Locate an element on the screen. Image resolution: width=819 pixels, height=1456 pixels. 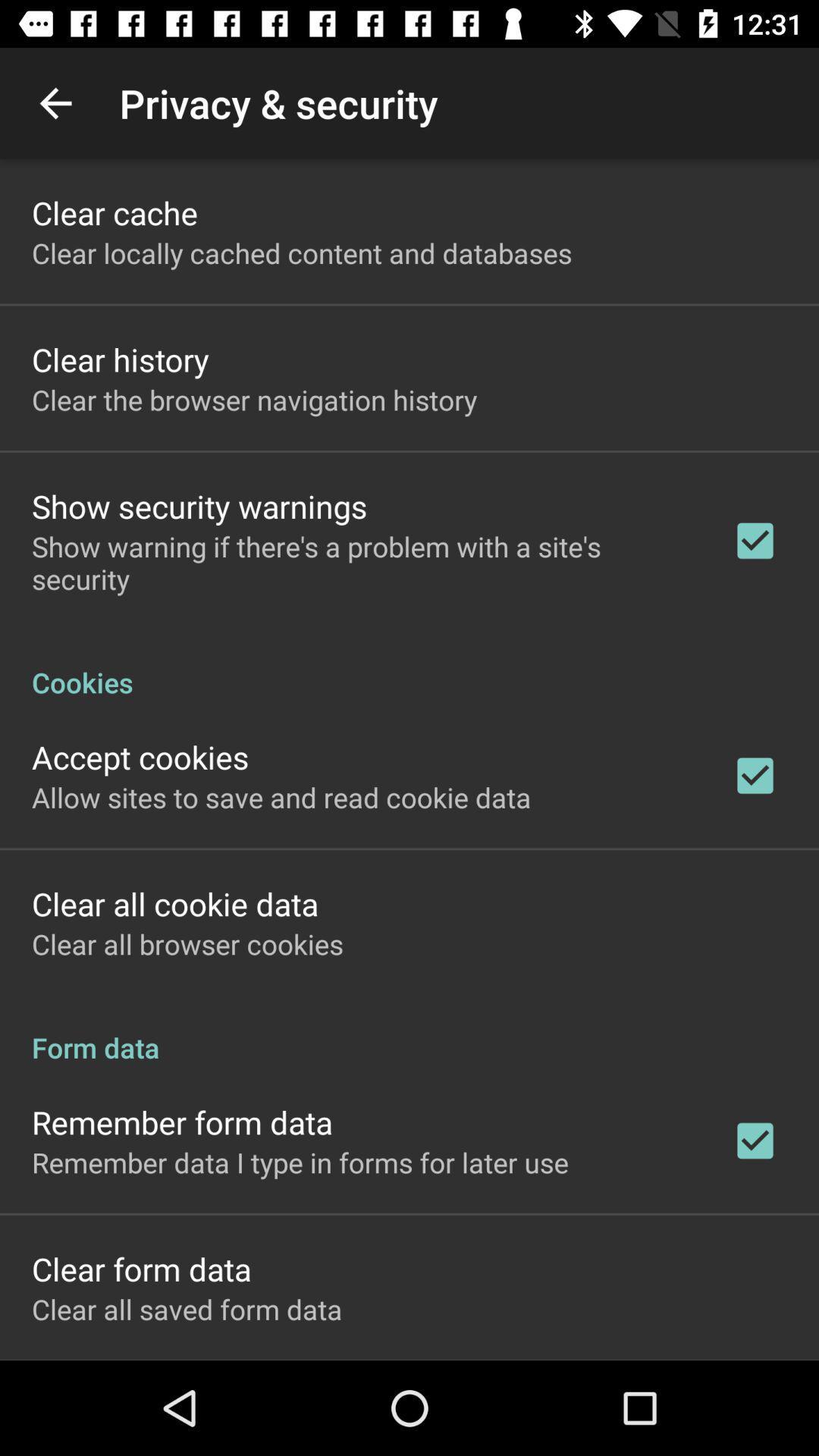
the app below cookies is located at coordinates (140, 757).